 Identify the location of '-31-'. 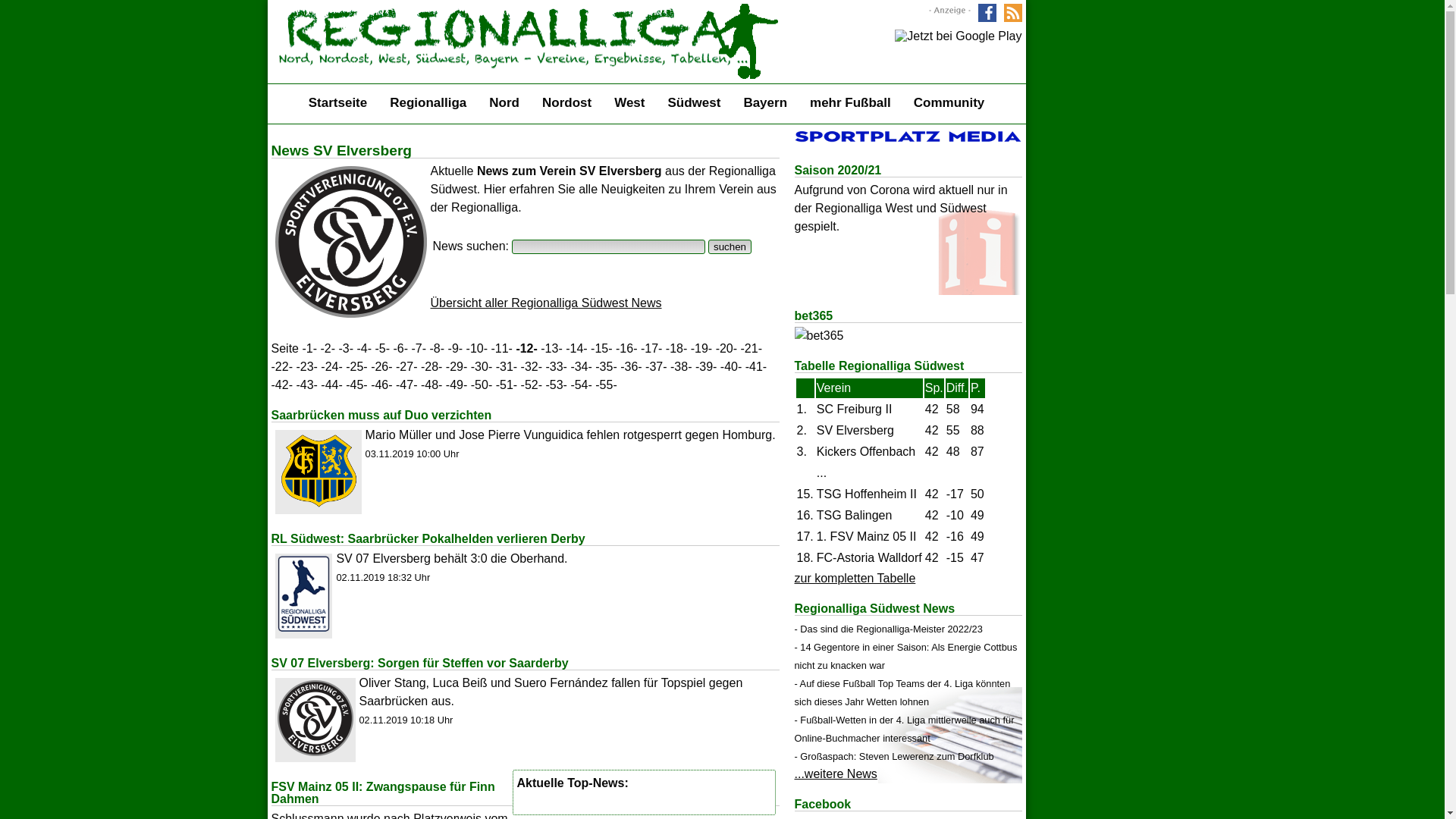
(506, 366).